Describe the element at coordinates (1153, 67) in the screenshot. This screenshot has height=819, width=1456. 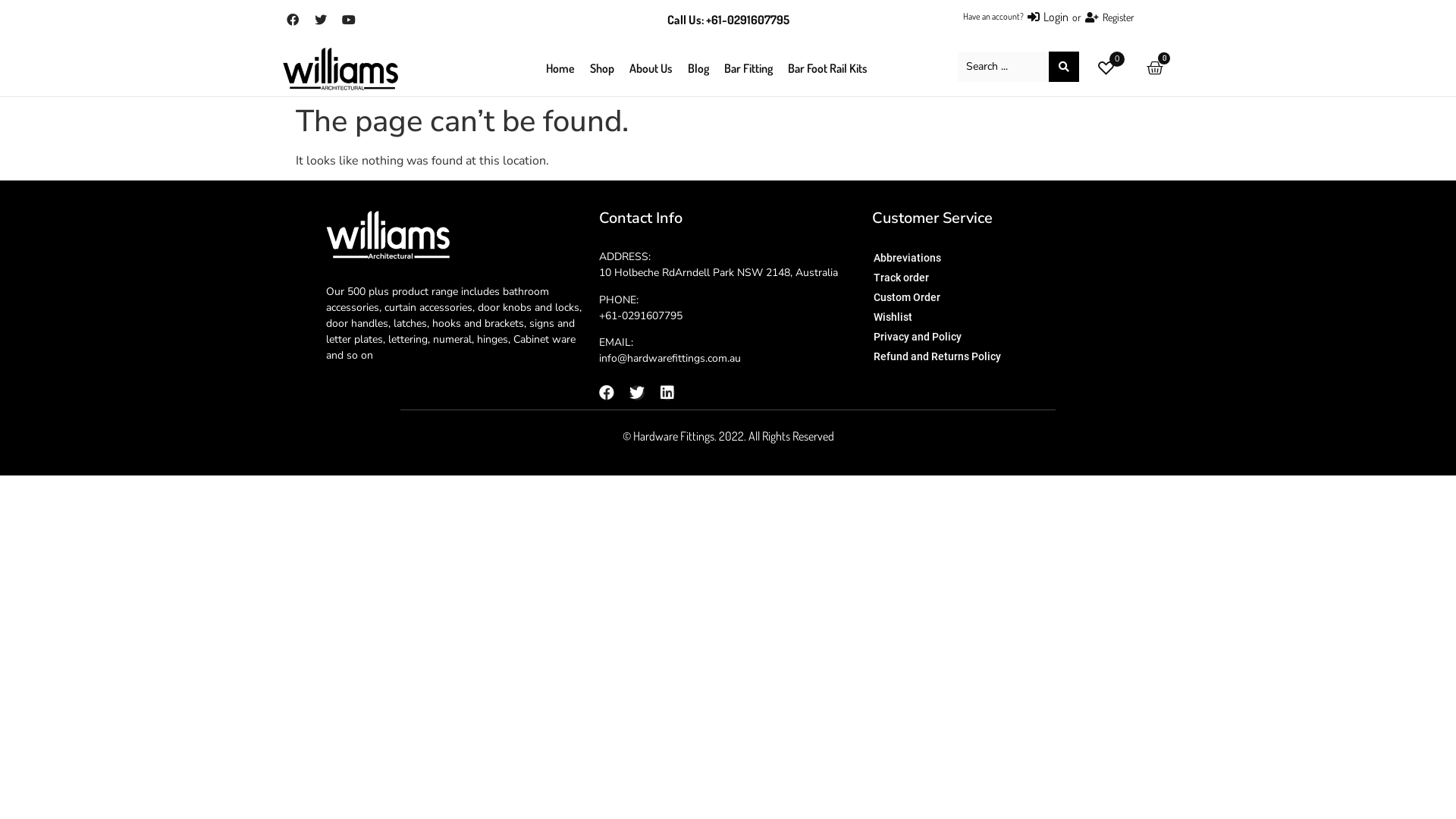
I see `'0'` at that location.